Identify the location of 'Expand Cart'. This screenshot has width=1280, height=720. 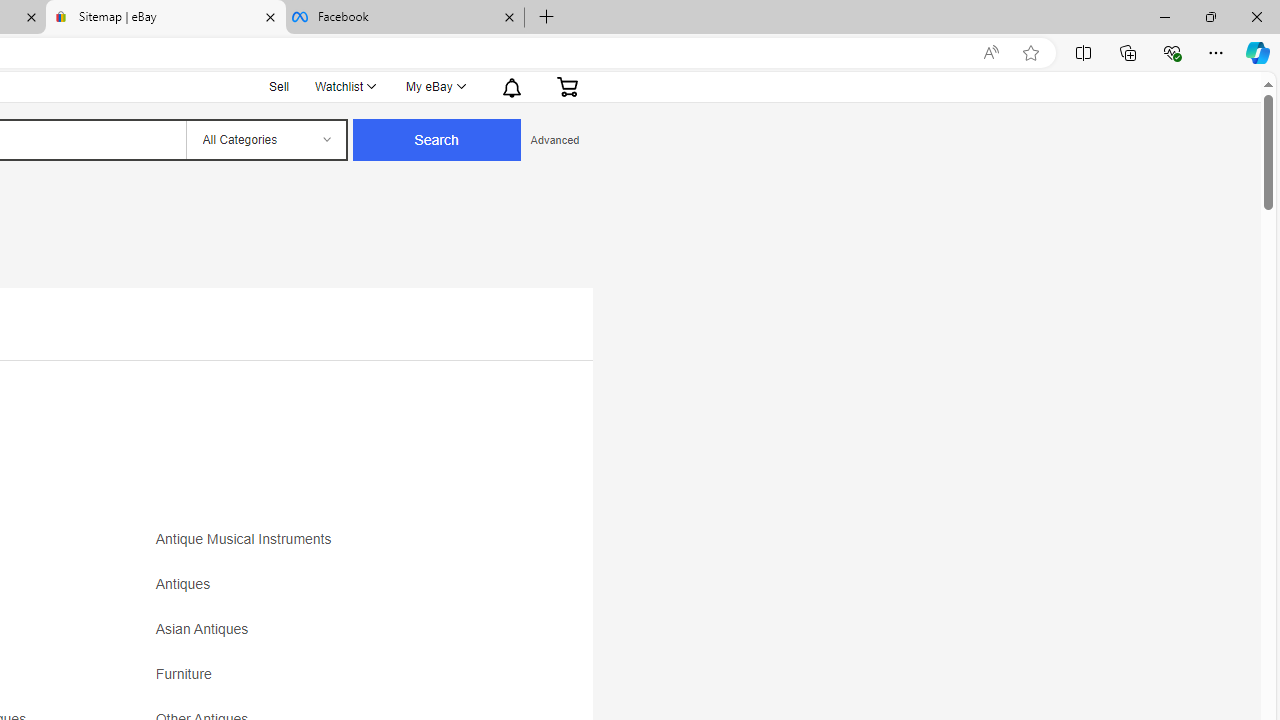
(566, 85).